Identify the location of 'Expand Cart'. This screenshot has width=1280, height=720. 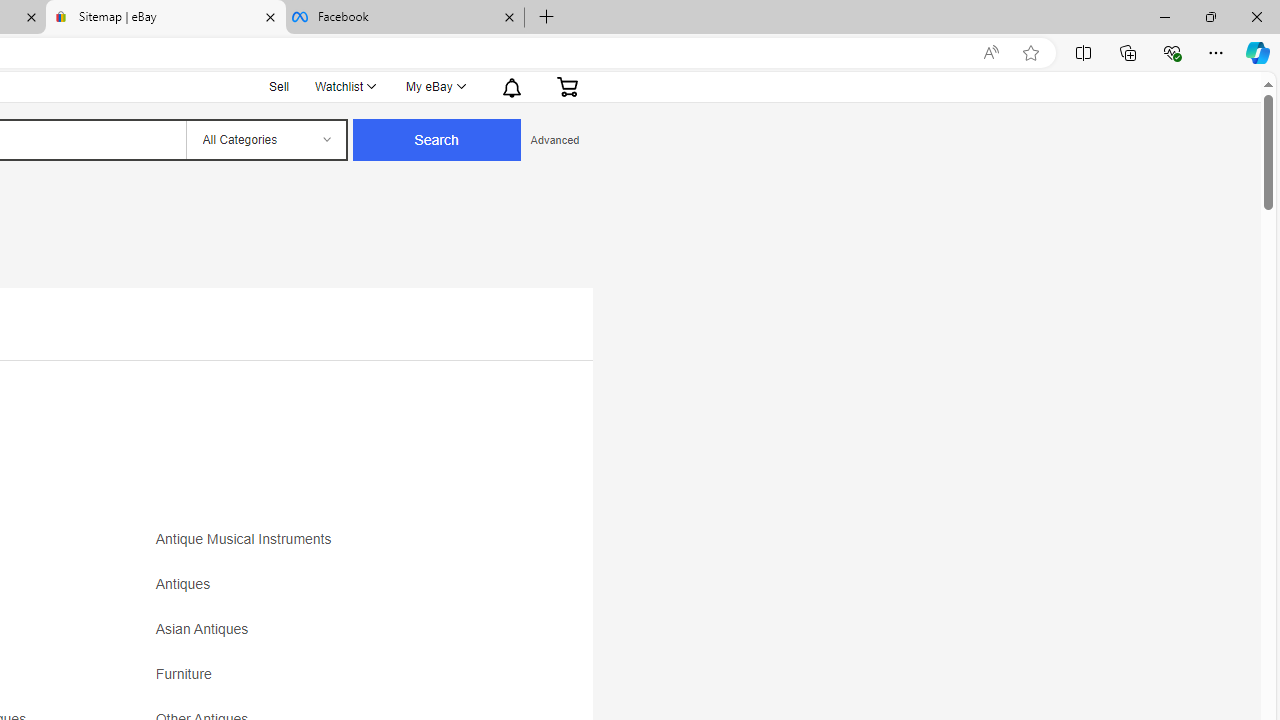
(566, 85).